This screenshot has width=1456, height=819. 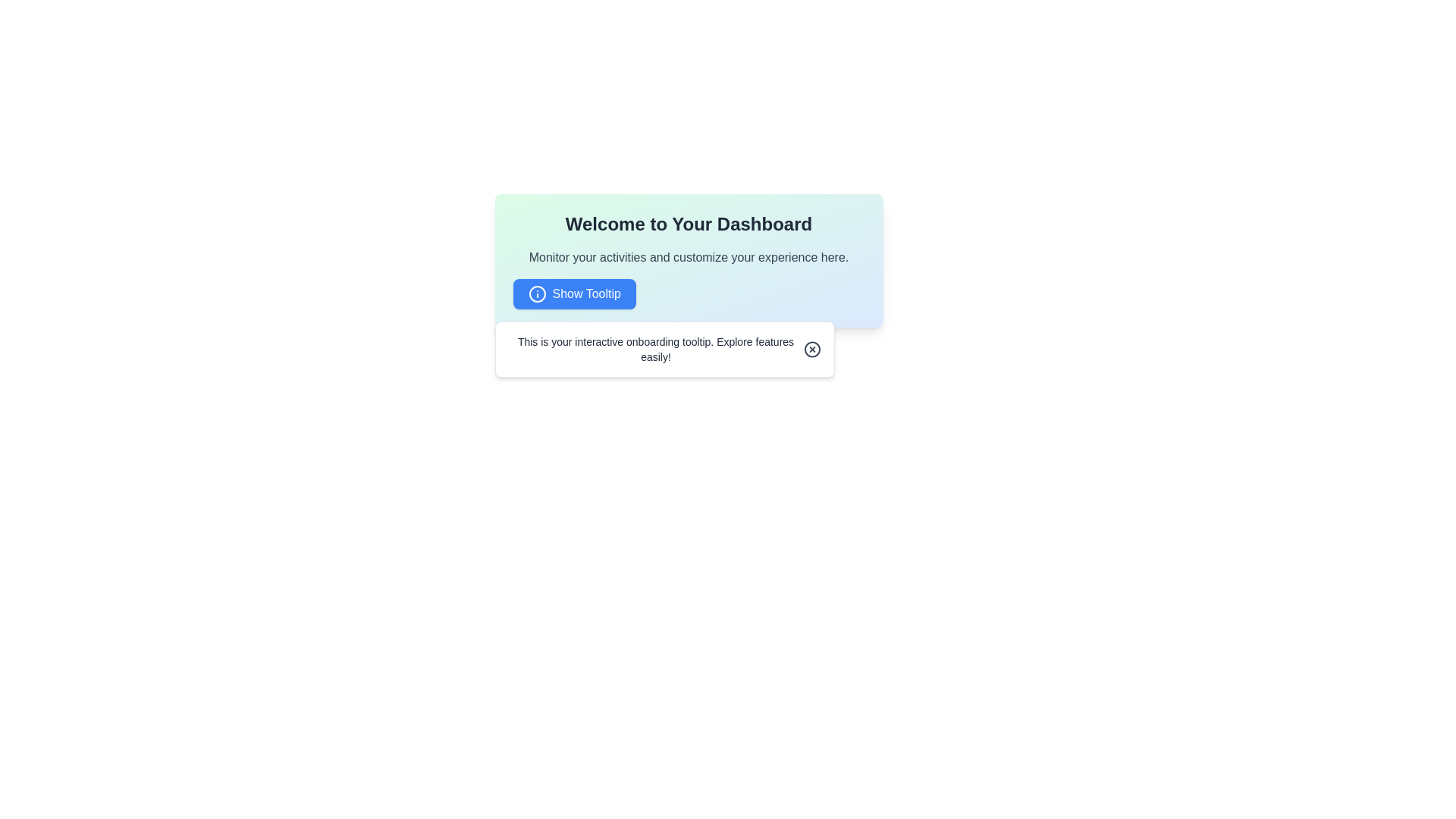 What do you see at coordinates (655, 350) in the screenshot?
I see `text content in the tooltip that says 'This is your interactive onboarding tooltip. Explore features easily!'` at bounding box center [655, 350].